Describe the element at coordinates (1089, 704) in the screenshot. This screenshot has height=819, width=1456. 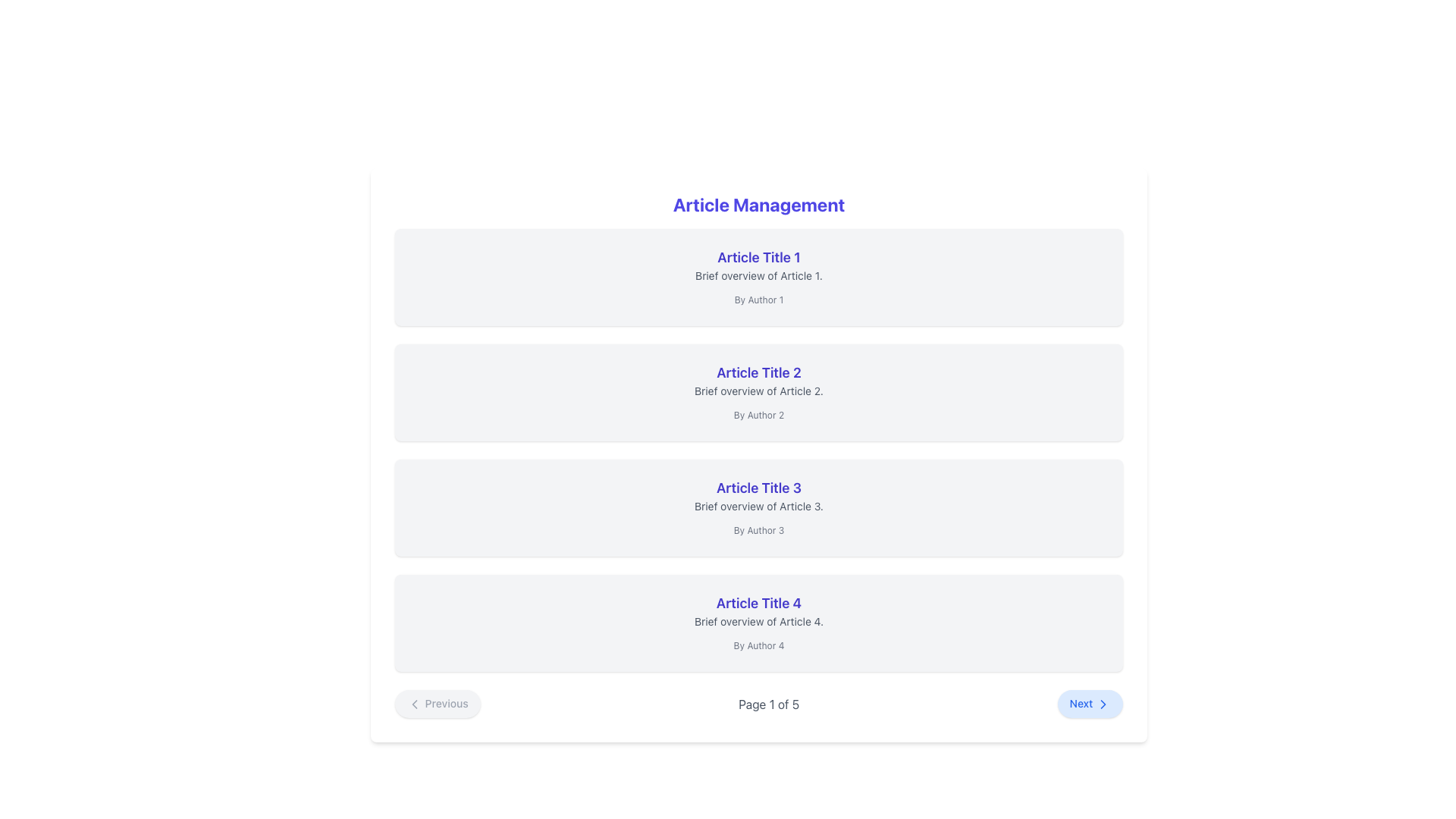
I see `the 'Next' button, which is the last button in a set of pagination controls, to trigger hover effects` at that location.